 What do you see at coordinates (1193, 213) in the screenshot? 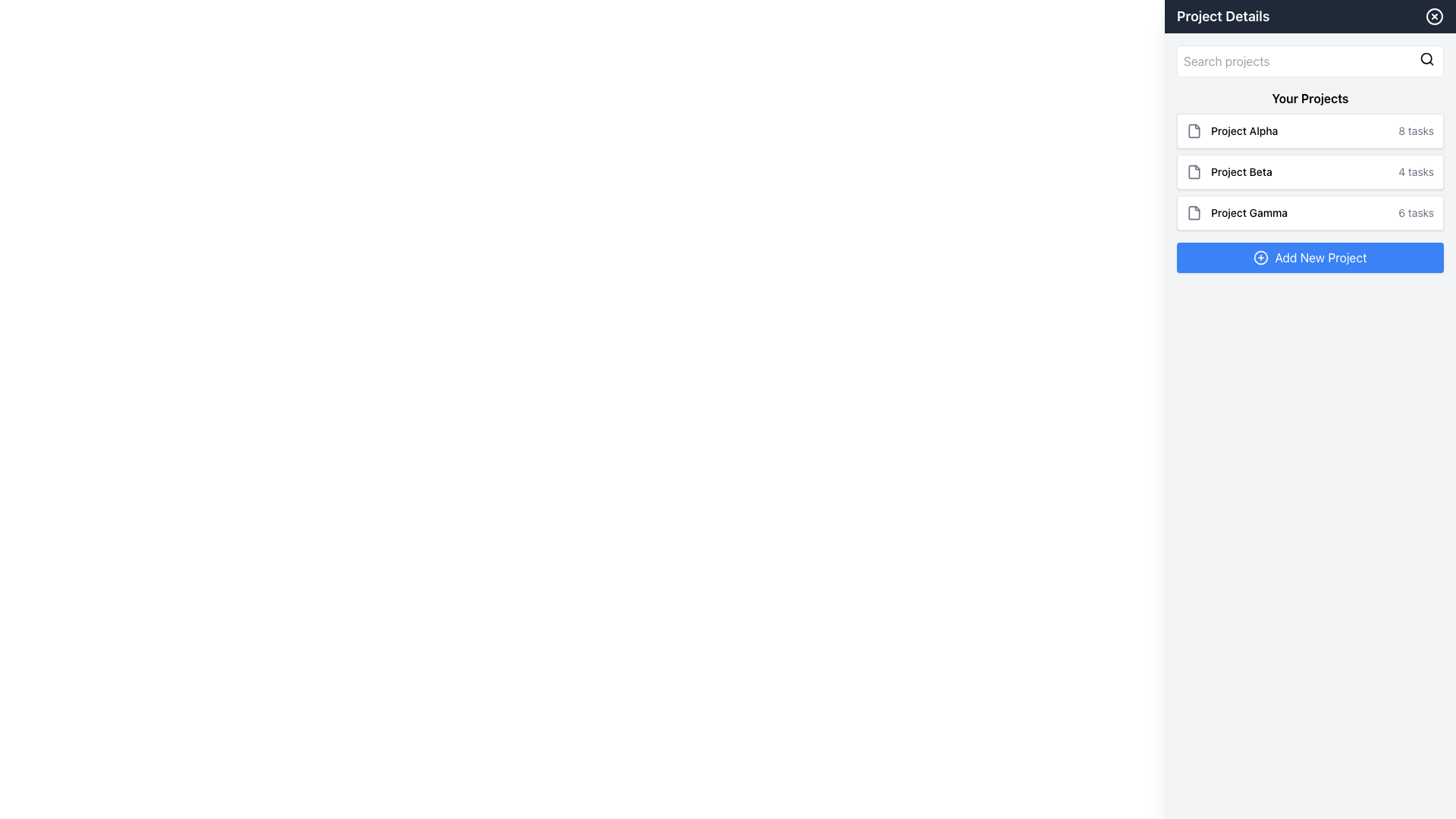
I see `the visual indicator icon representing the 'Project Gamma' list item located in the 'Your Projects' section, adjacent to the text 'Project Gamma' and the task counter showing '6 tasks'` at bounding box center [1193, 213].